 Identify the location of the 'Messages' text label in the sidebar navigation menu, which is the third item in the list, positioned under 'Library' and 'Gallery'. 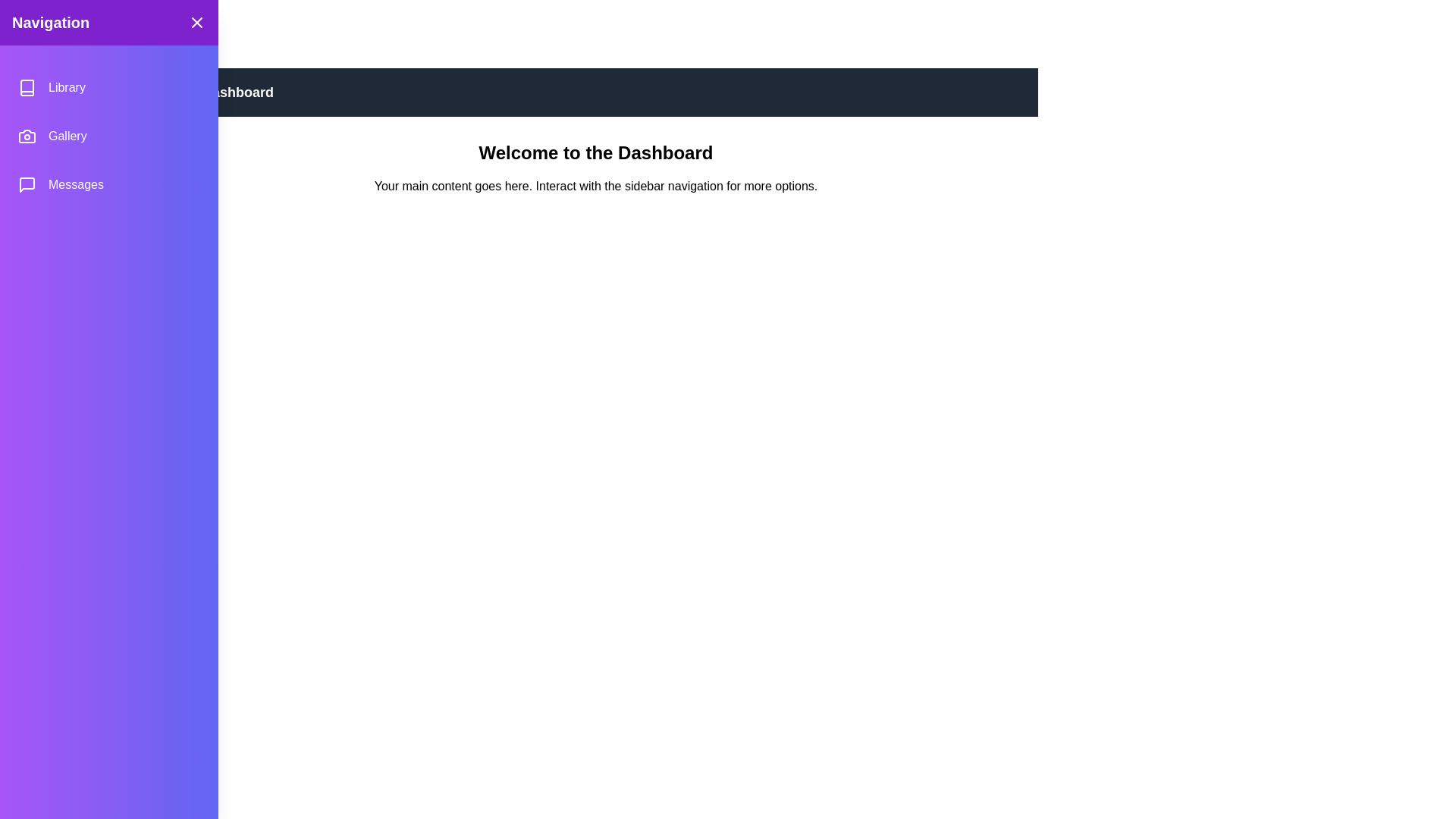
(75, 184).